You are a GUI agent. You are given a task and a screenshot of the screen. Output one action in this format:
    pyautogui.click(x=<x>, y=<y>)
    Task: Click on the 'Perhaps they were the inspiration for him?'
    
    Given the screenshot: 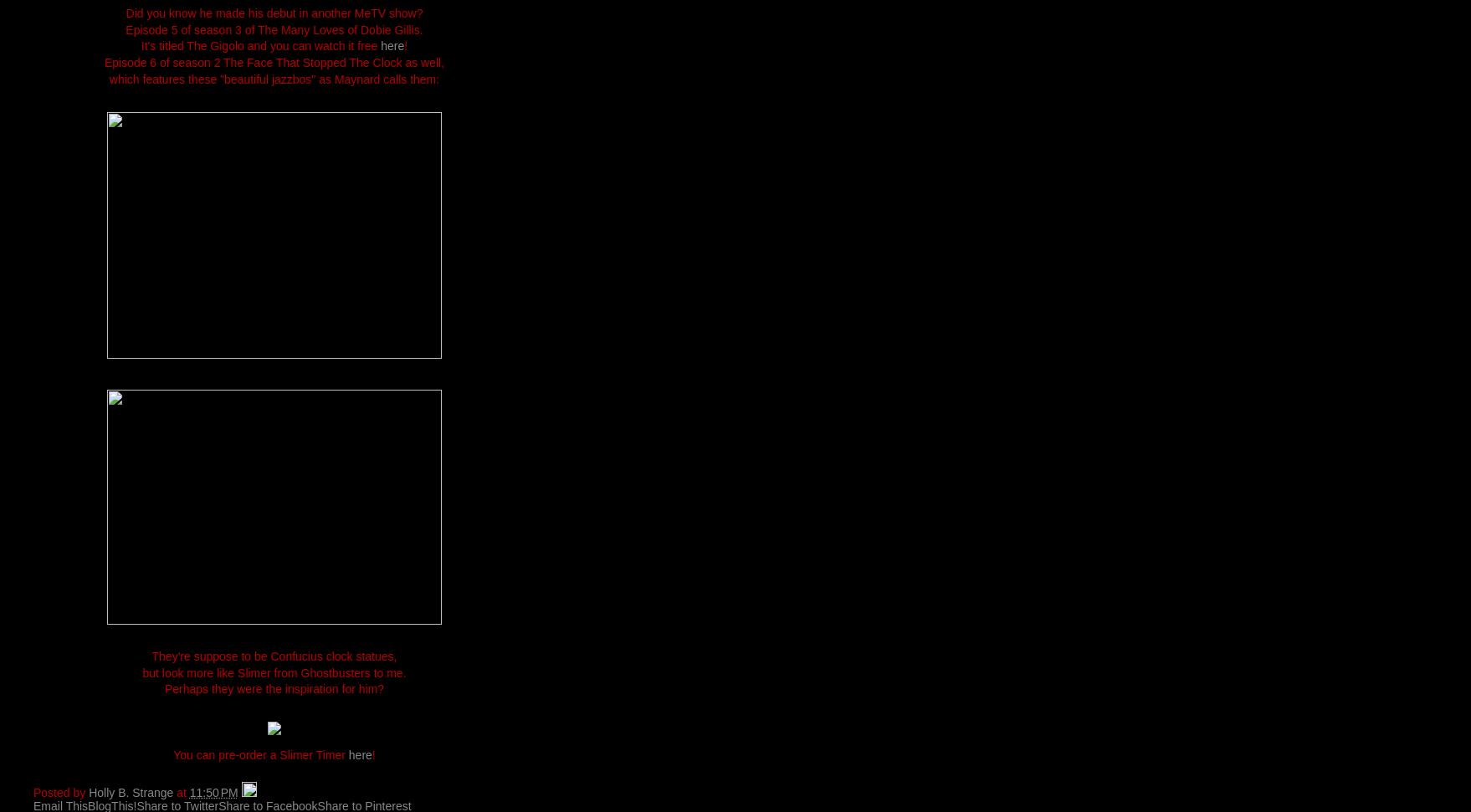 What is the action you would take?
    pyautogui.click(x=274, y=687)
    